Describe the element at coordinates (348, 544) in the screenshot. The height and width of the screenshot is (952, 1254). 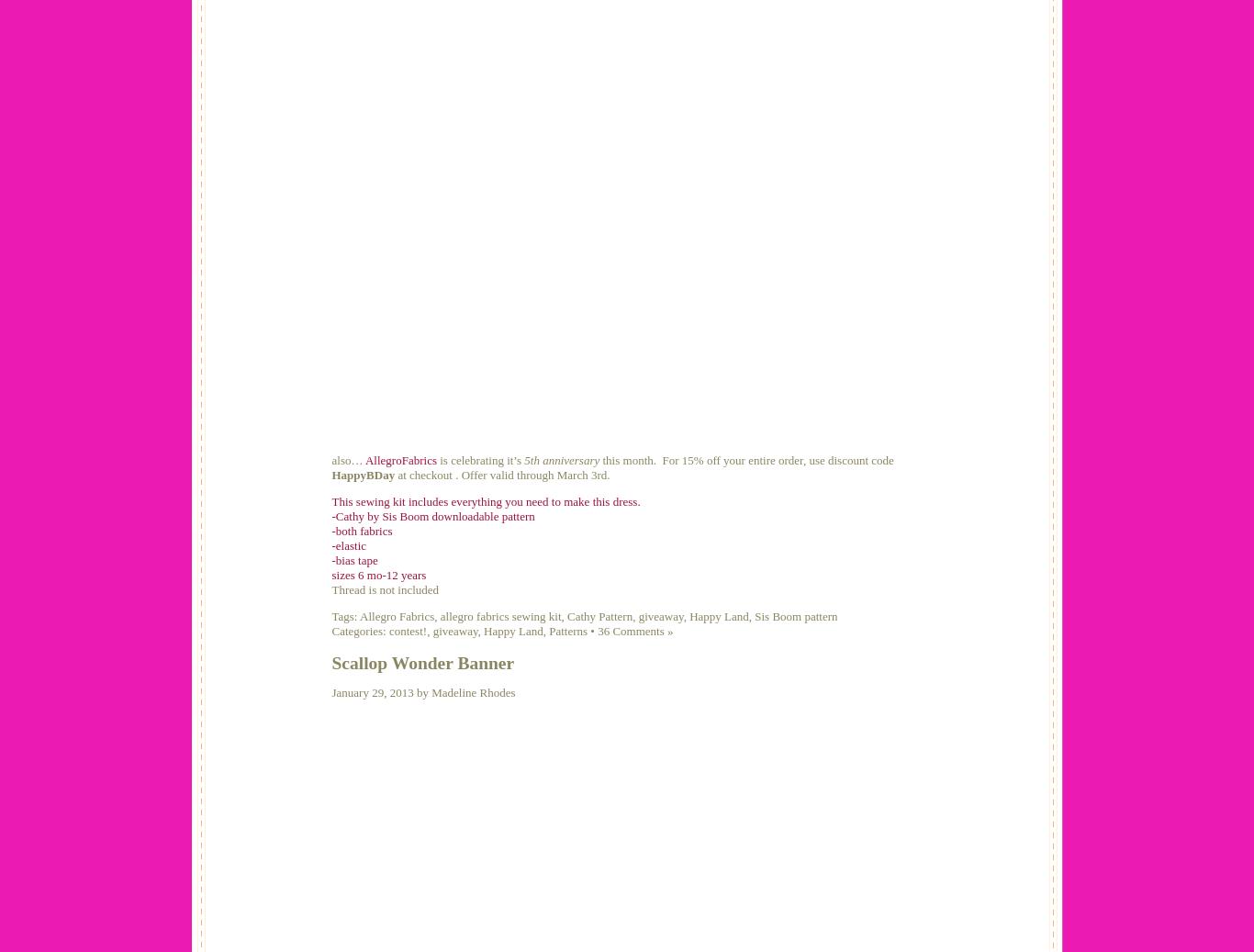
I see `'-elastic'` at that location.